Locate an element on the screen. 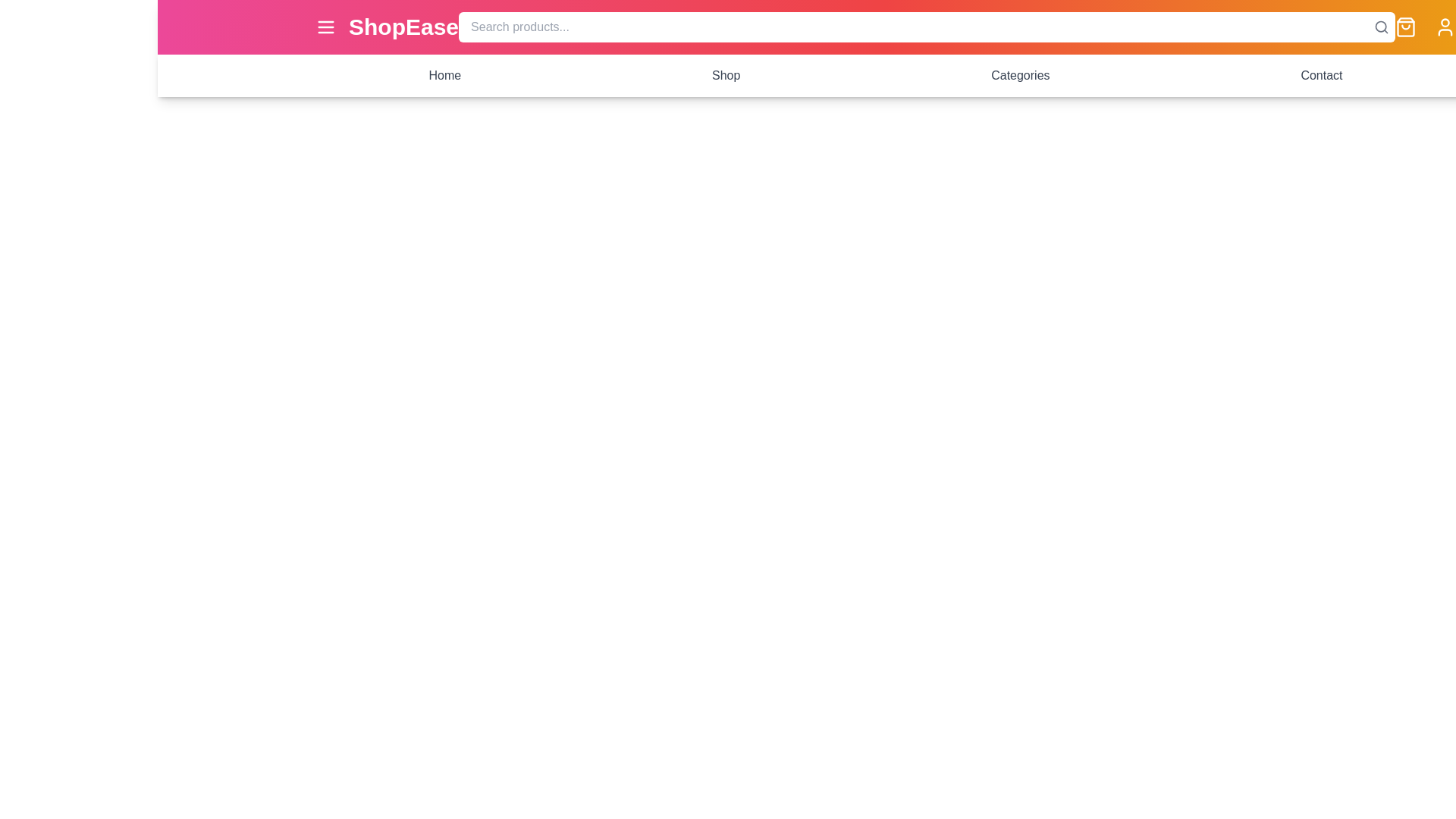 The height and width of the screenshot is (819, 1456). the profile icon to view the user profile is located at coordinates (1444, 27).